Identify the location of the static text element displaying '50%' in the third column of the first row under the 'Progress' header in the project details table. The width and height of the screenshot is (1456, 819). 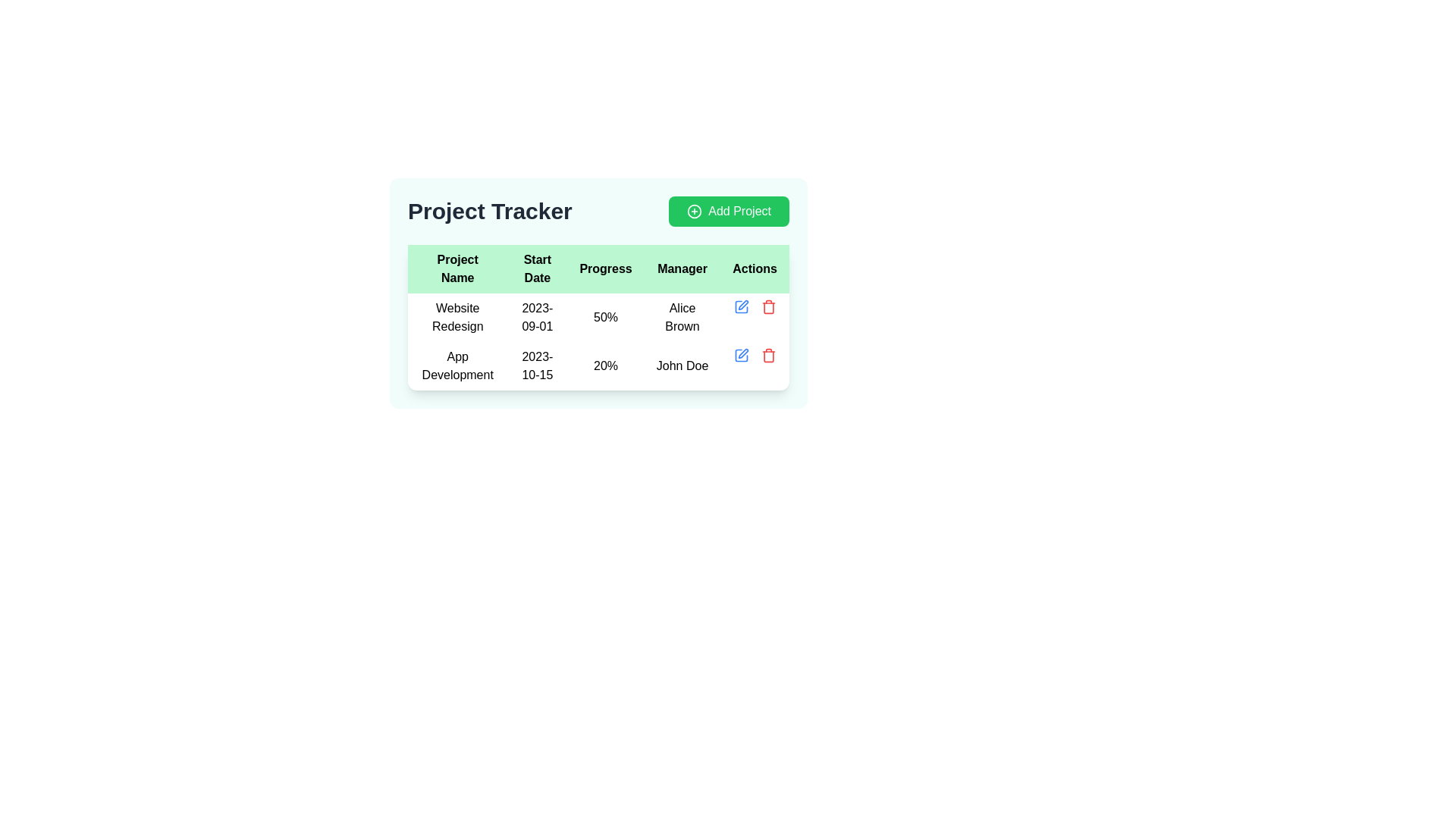
(598, 317).